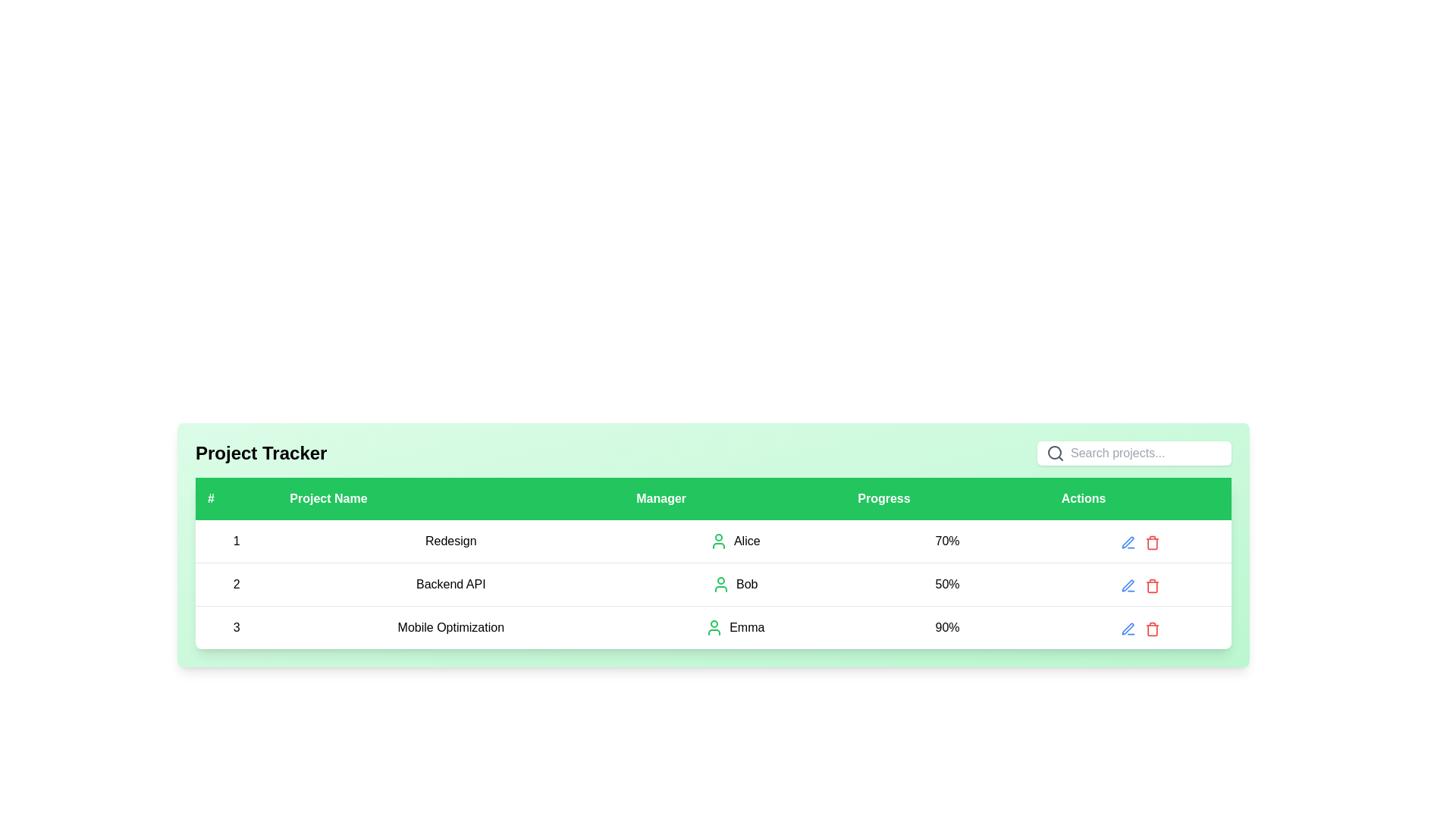  I want to click on inside the search bar located in the header section, to the far-right of the title 'Project Tracker', to focus the input field, so click(1134, 452).